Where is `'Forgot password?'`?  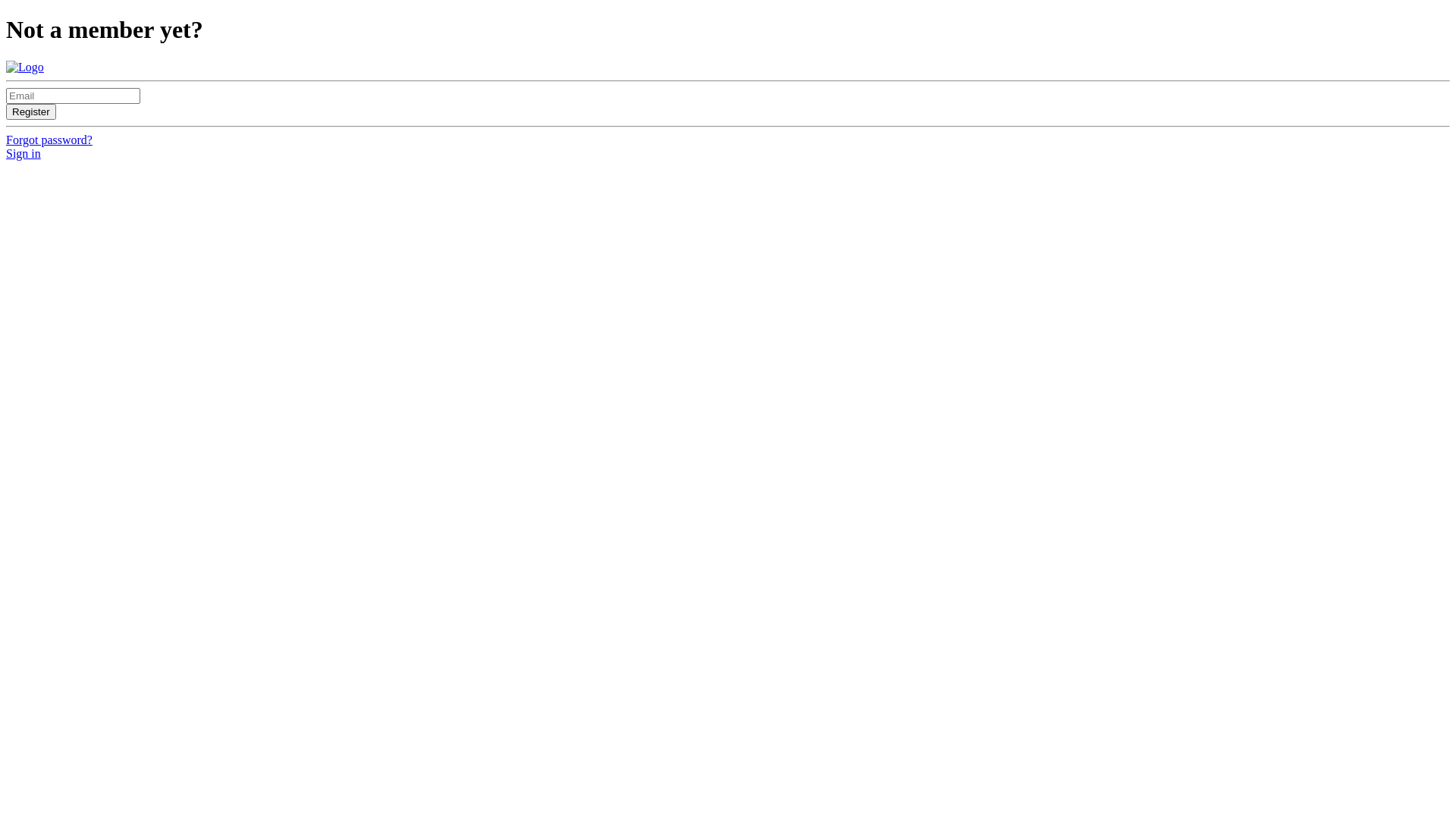
'Forgot password?' is located at coordinates (49, 140).